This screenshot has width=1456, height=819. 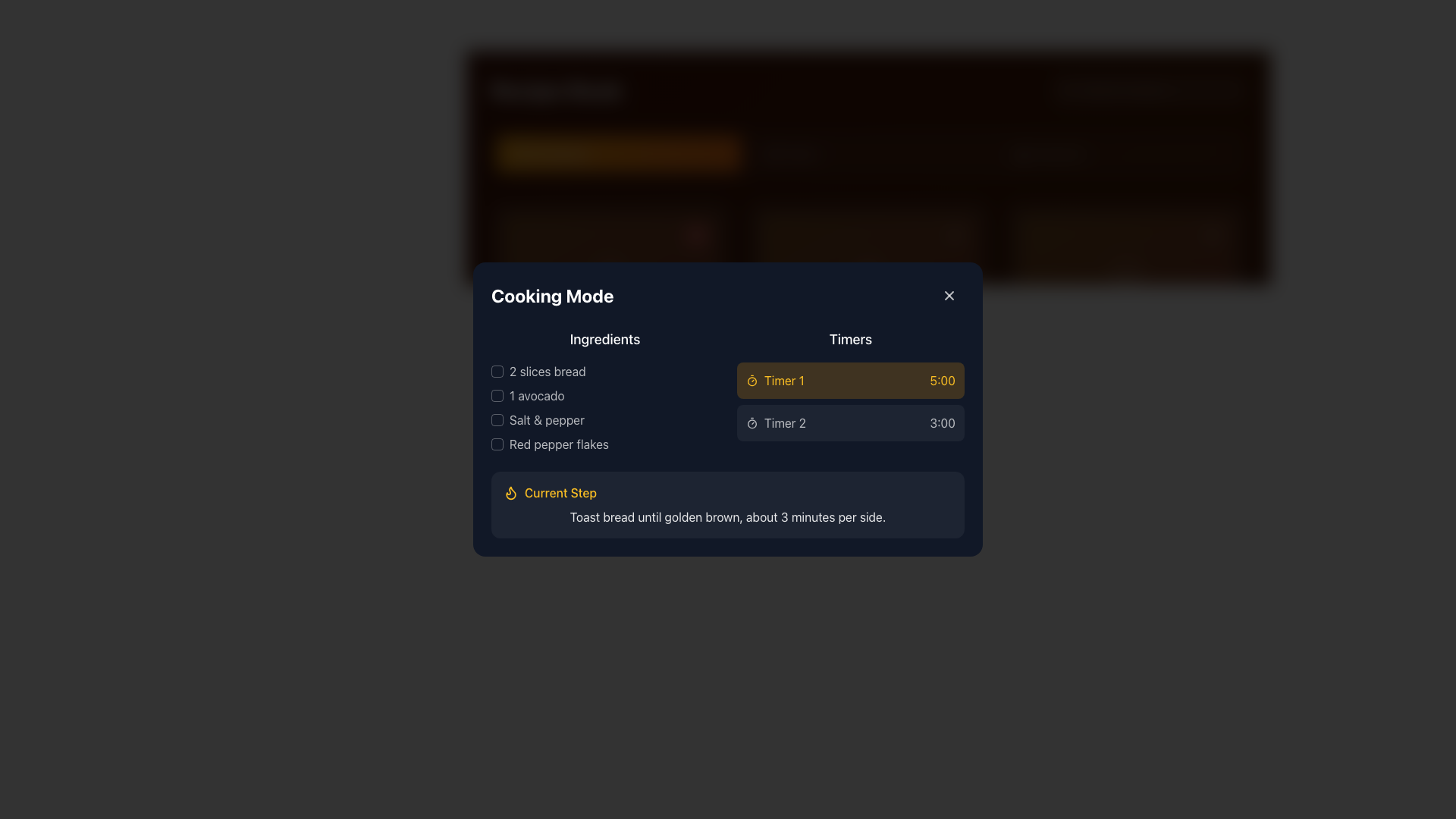 I want to click on the 'Timer 2' list item in the timer interface, so click(x=851, y=423).